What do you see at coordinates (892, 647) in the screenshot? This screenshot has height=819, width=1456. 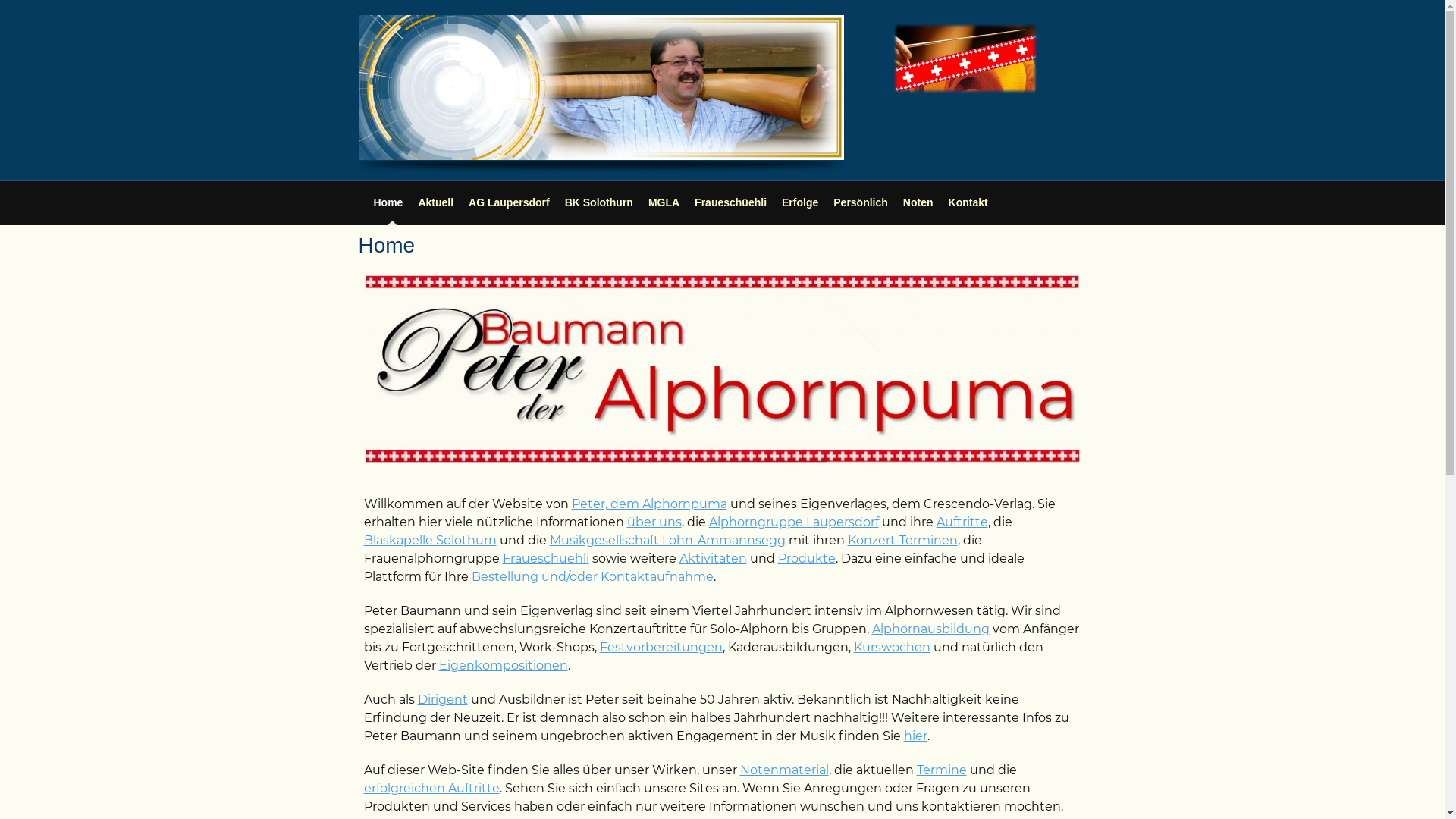 I see `'Kurswochen'` at bounding box center [892, 647].